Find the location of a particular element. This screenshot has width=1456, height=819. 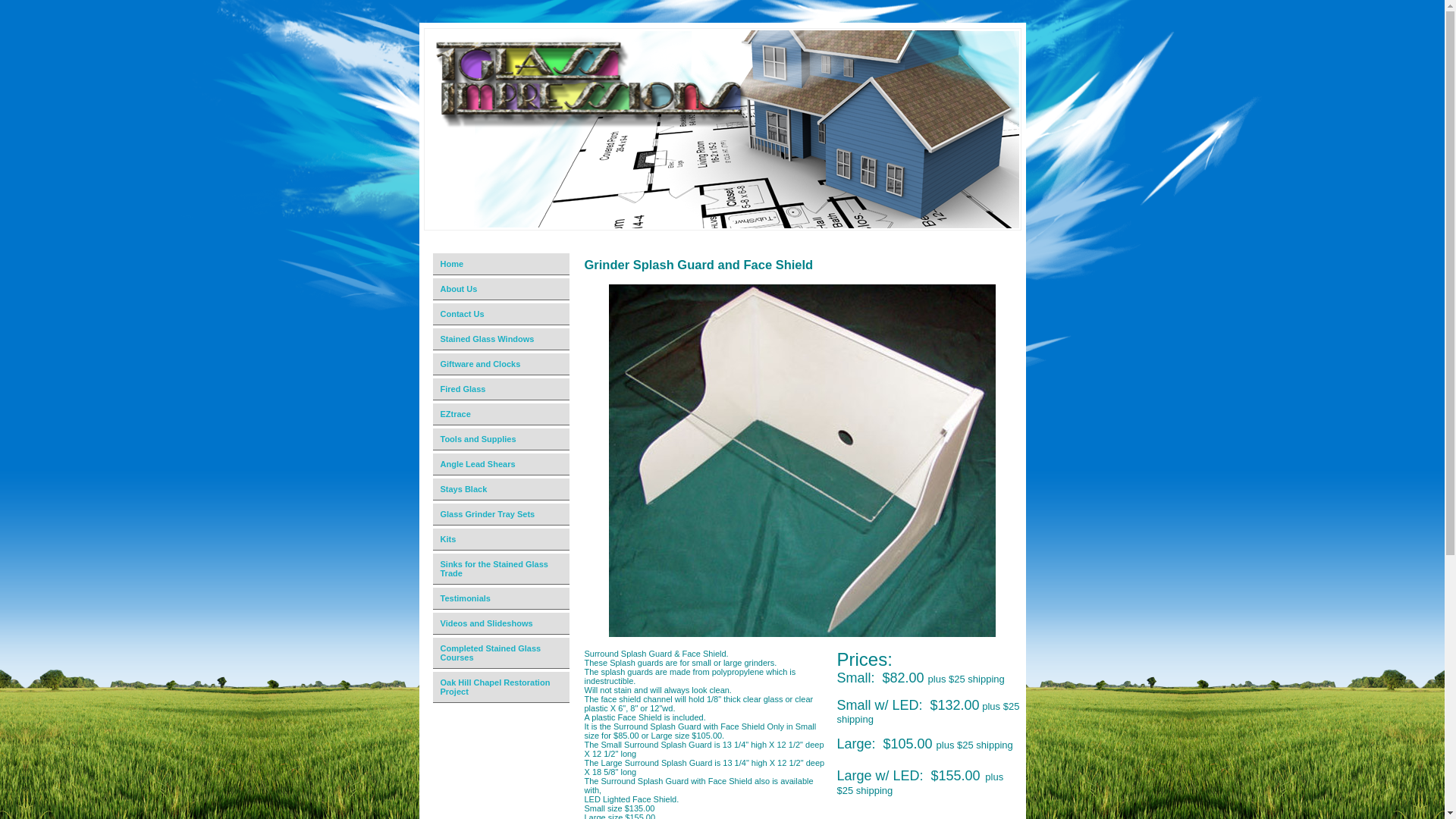

'Fired Glass' is located at coordinates (502, 388).